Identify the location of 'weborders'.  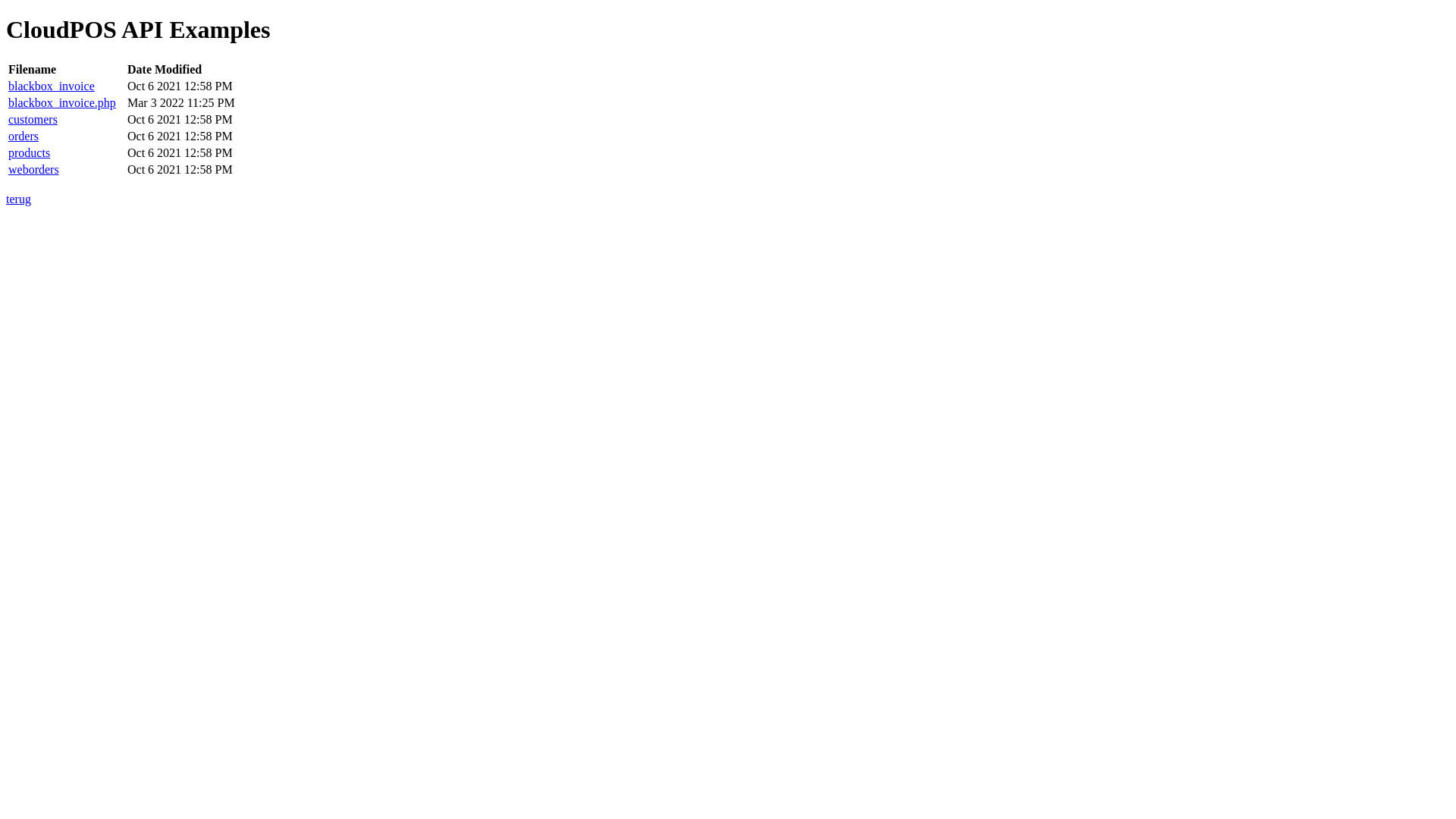
(33, 169).